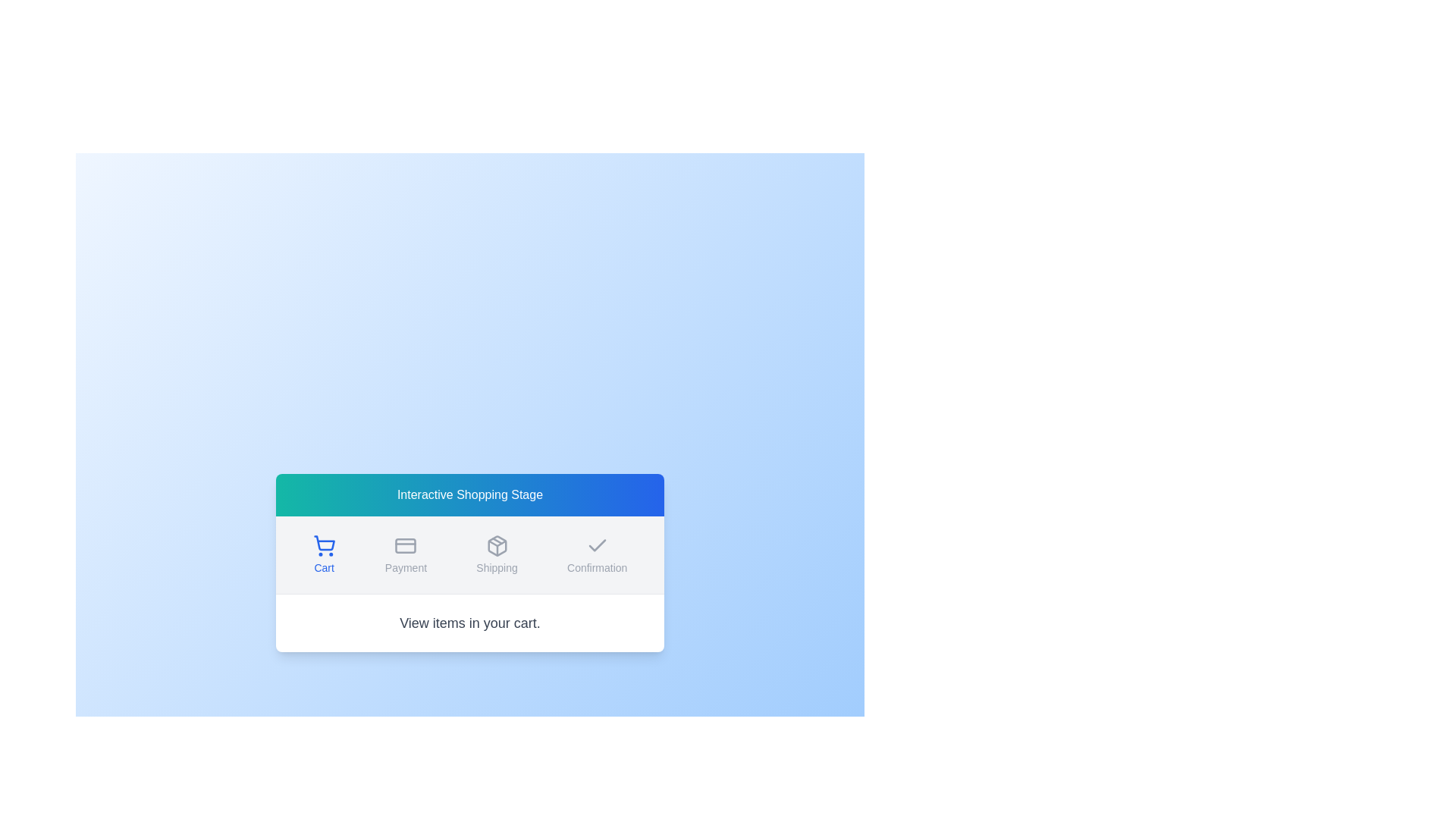 This screenshot has width=1456, height=819. I want to click on the credit card icon, which is the second option in the row of Payment-related icons, visually designed with a thin outline and rounded corners, so click(406, 544).